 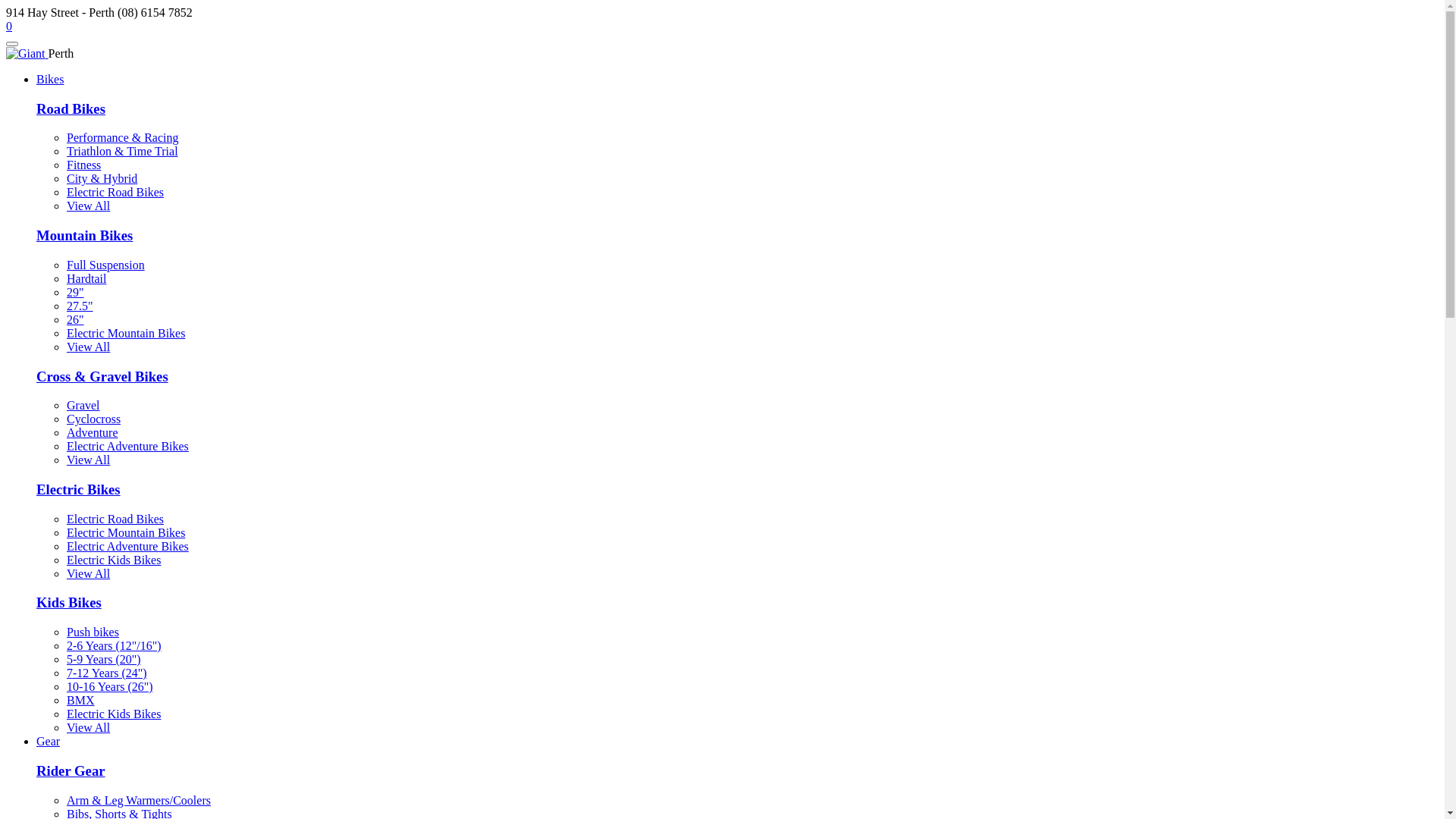 I want to click on 'Cyclocross', so click(x=93, y=419).